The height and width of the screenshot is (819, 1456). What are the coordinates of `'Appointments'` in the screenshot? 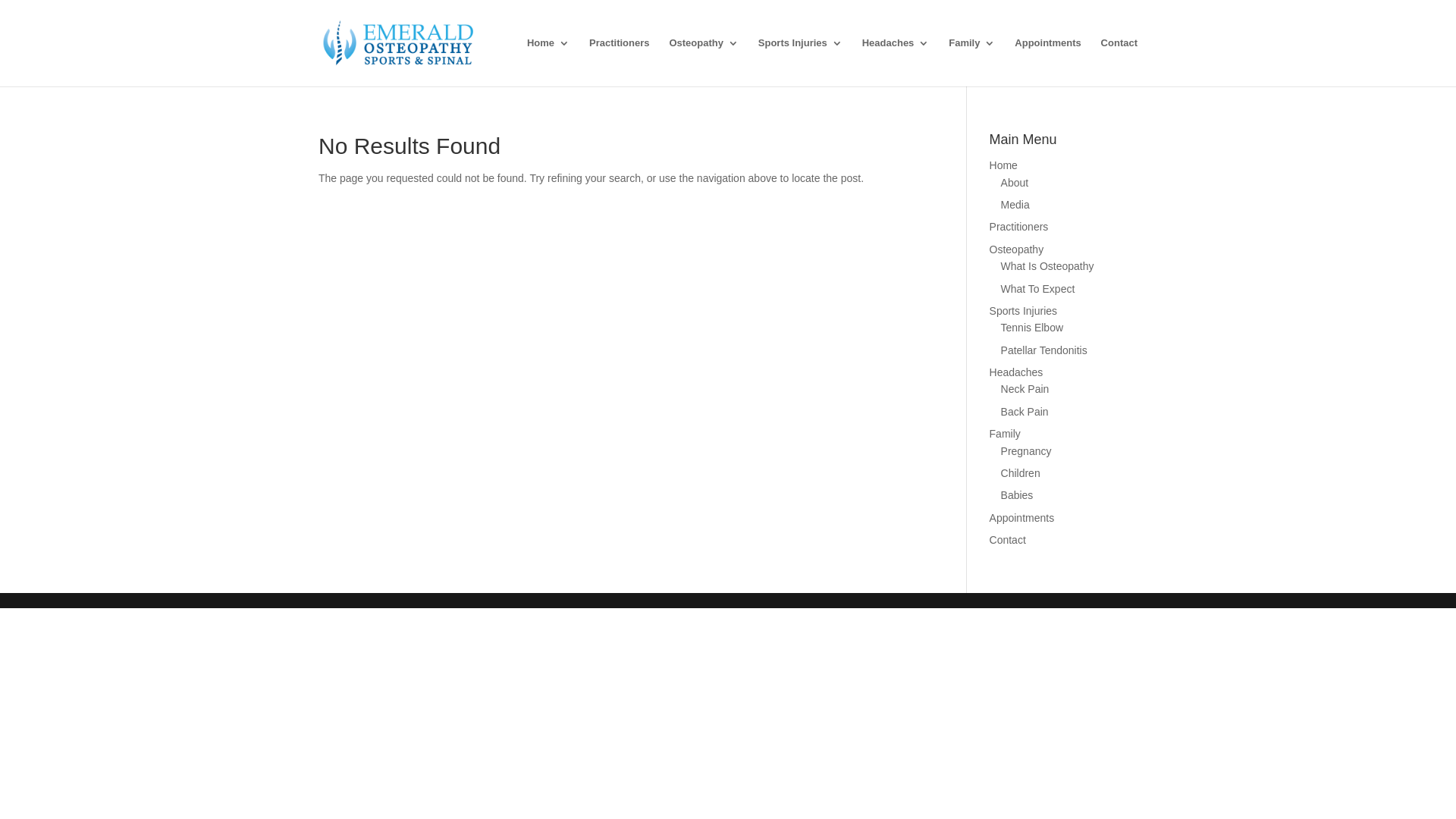 It's located at (1022, 516).